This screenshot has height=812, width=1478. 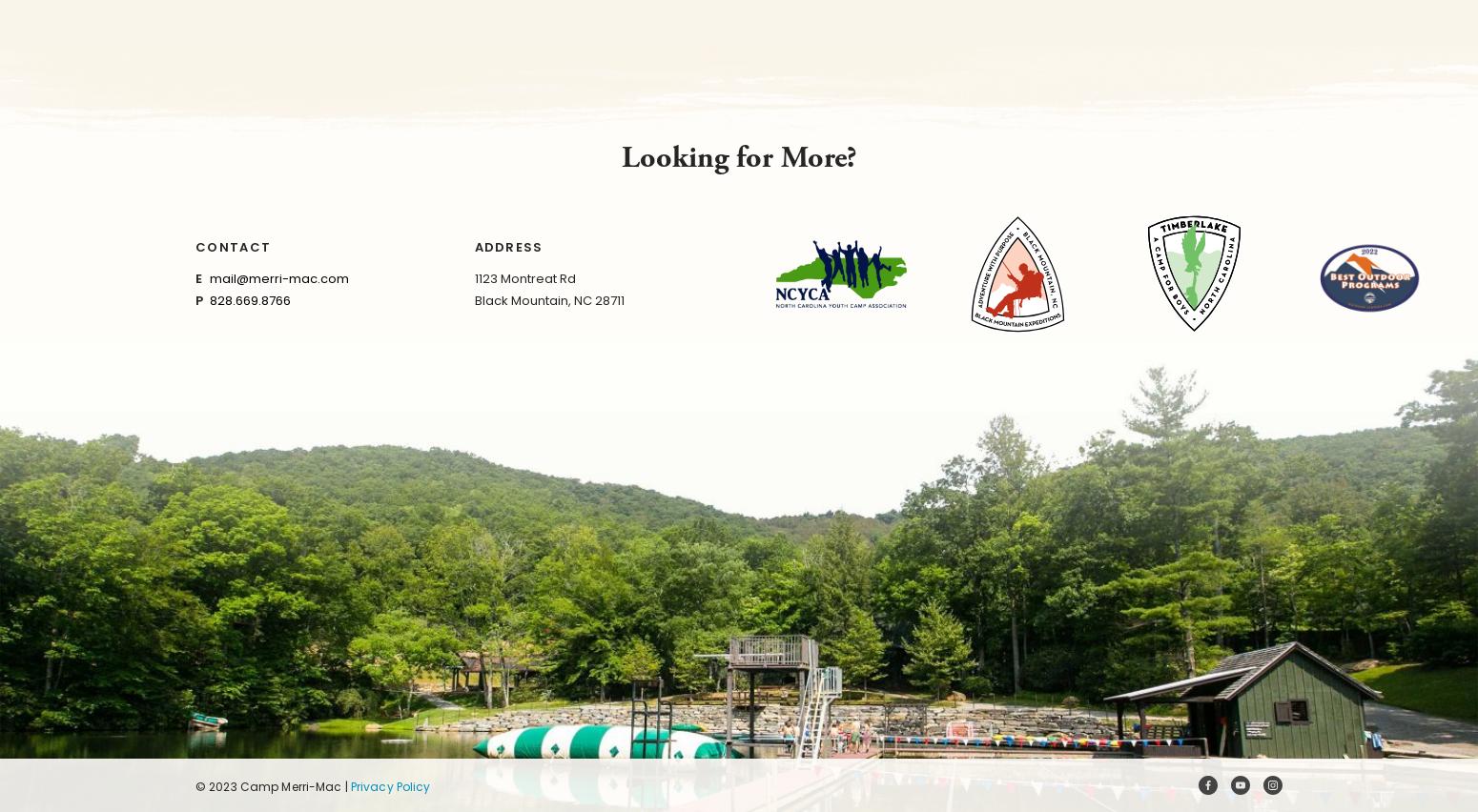 What do you see at coordinates (548, 299) in the screenshot?
I see `'Black Mountain, NC 28711'` at bounding box center [548, 299].